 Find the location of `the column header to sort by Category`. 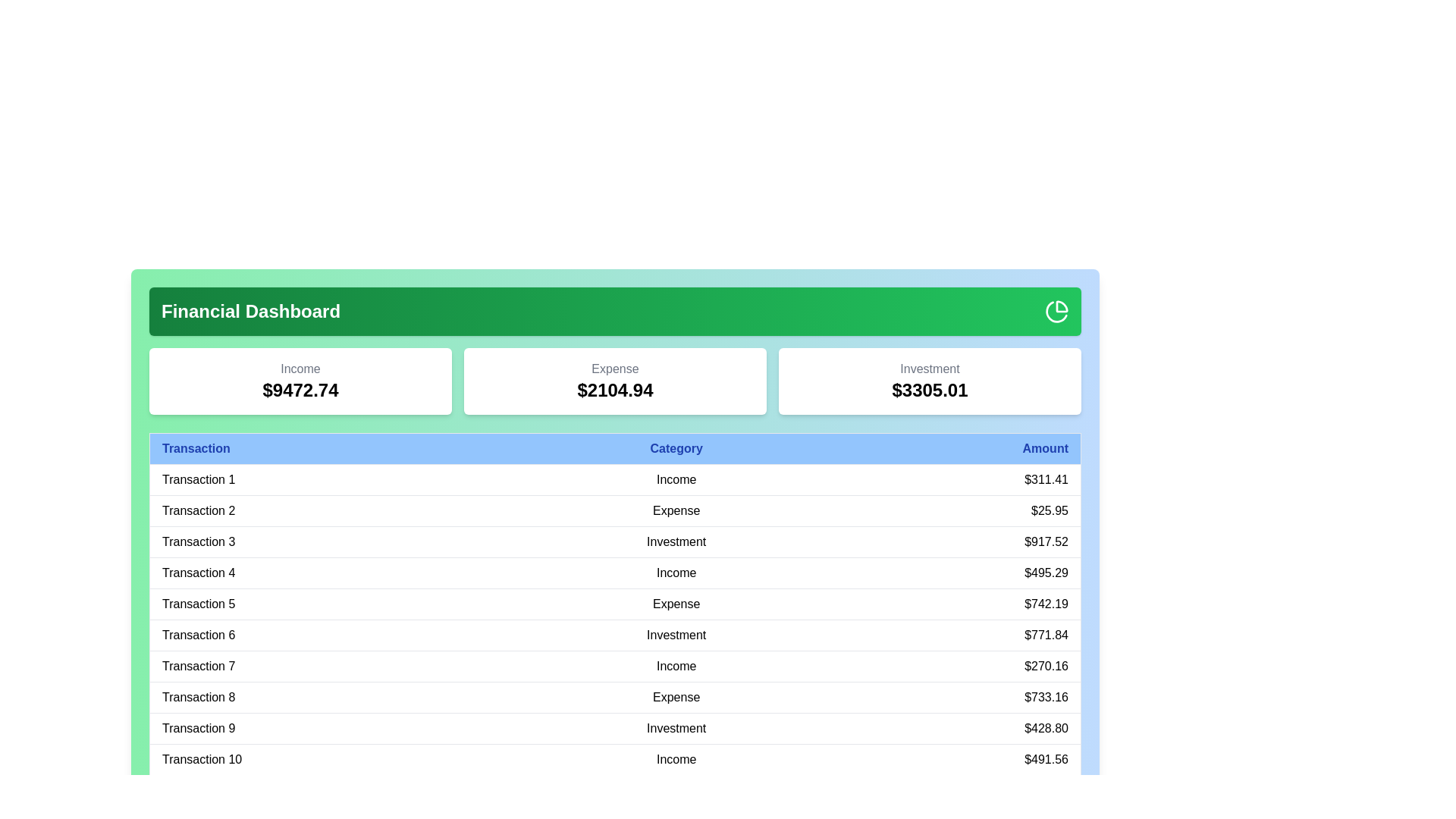

the column header to sort by Category is located at coordinates (676, 447).